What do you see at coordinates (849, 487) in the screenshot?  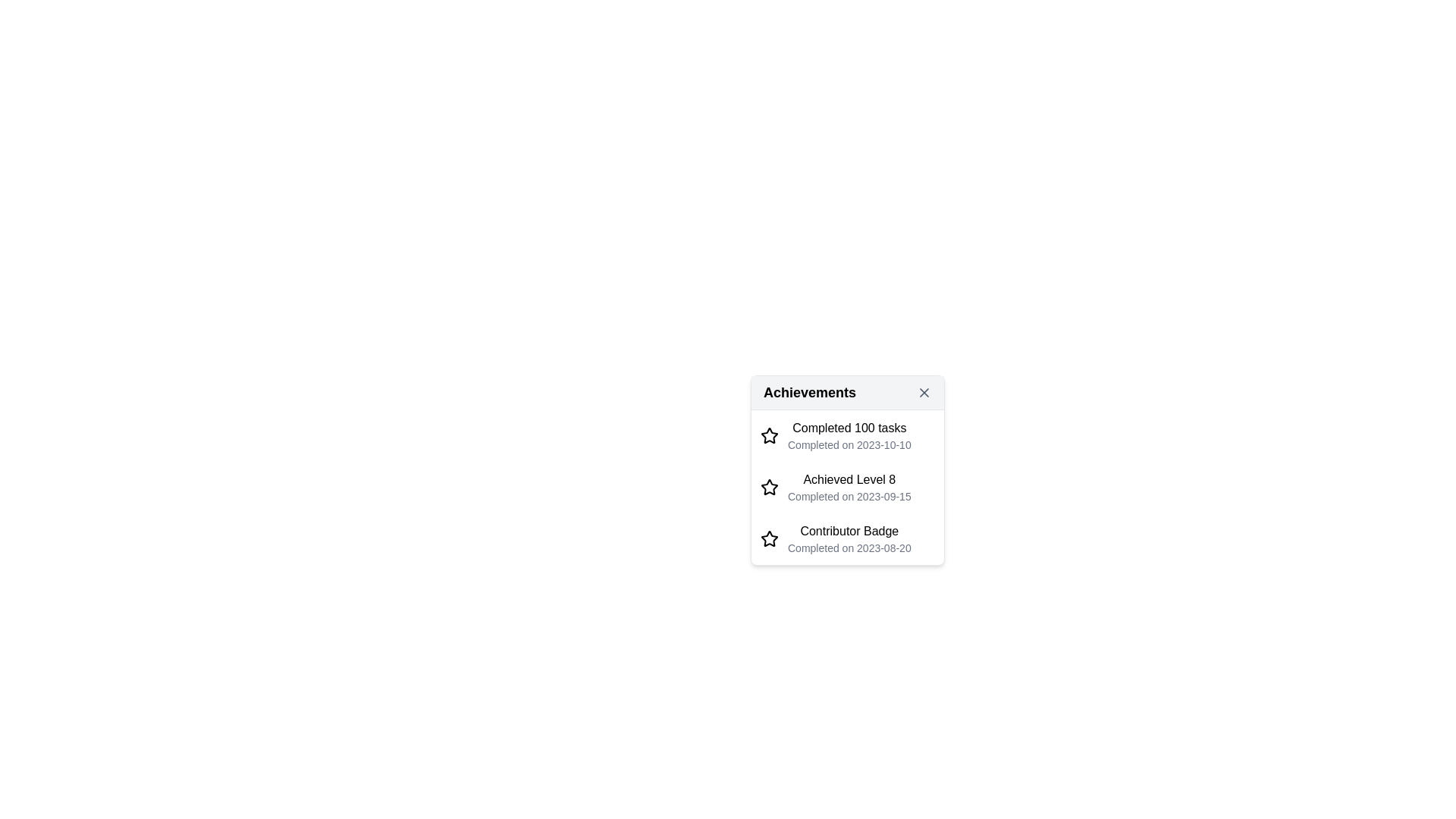 I see `the Text Display indicating the achievement of reaching Level 8, which includes the completion date of '2023-09-15'. This element is the second item in the 'Achievements' panel, positioned between two other achievement notifications` at bounding box center [849, 487].